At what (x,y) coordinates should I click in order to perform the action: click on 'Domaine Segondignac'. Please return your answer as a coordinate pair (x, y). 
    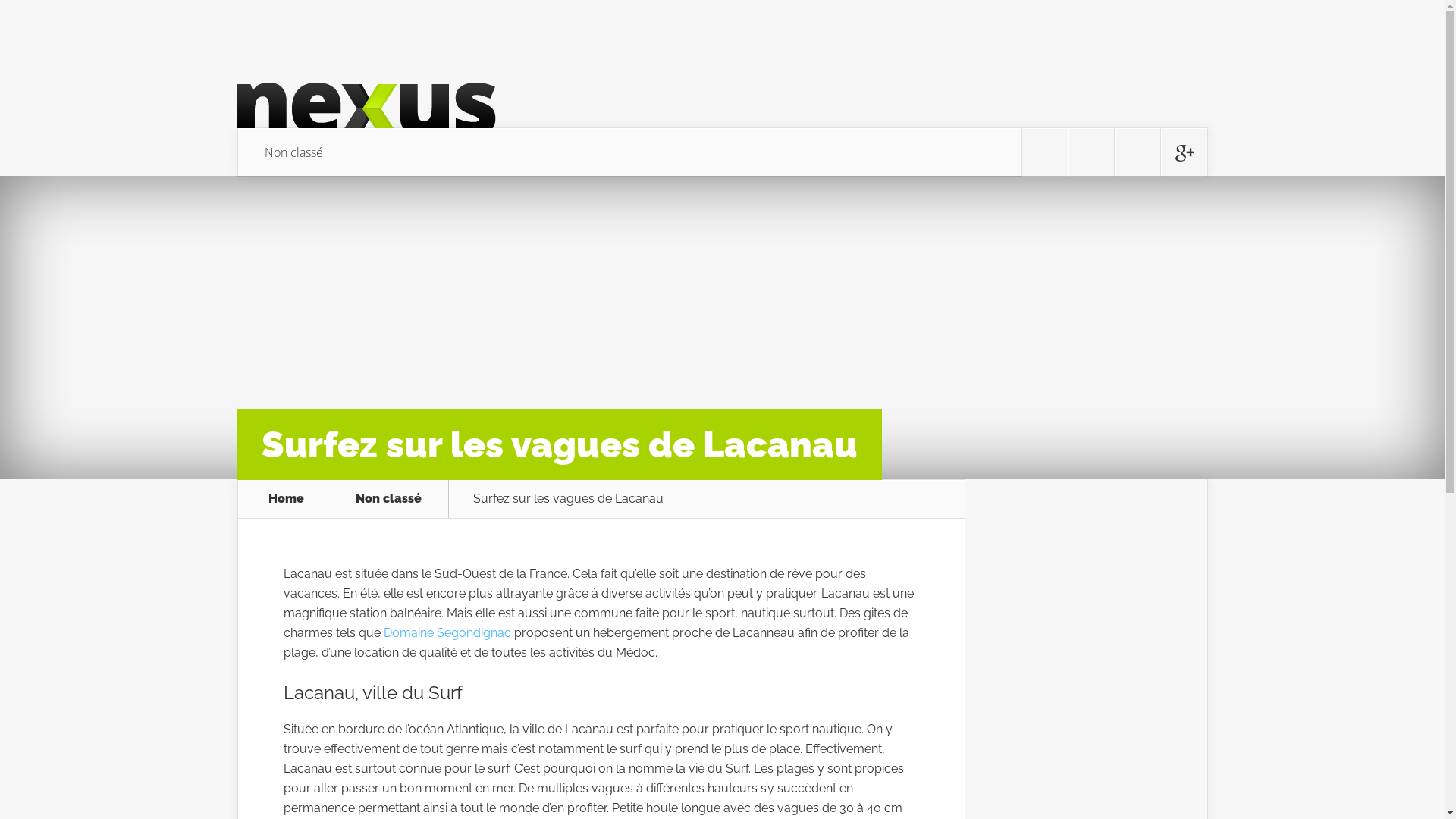
    Looking at the image, I should click on (447, 632).